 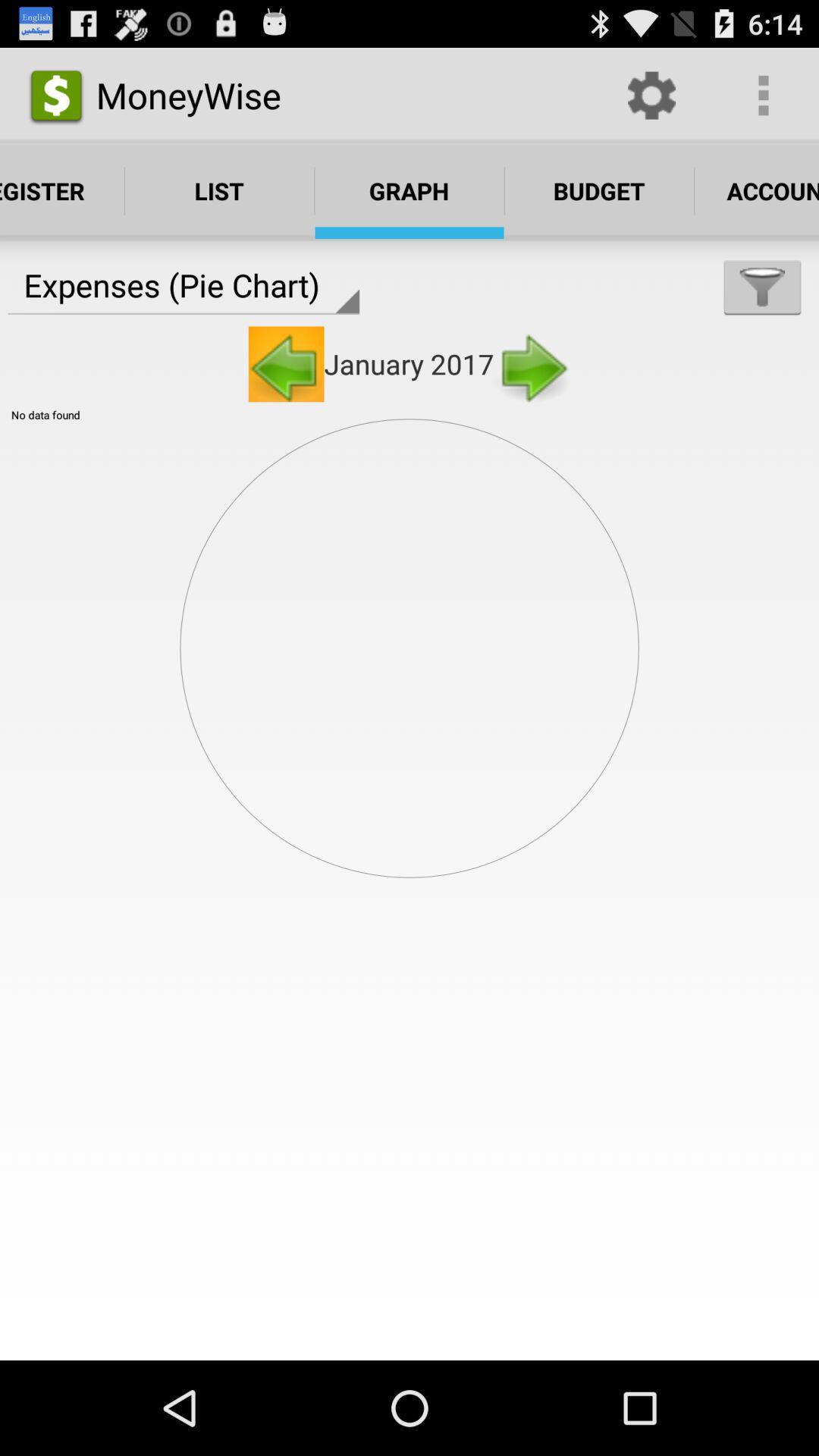 I want to click on filter, so click(x=762, y=287).